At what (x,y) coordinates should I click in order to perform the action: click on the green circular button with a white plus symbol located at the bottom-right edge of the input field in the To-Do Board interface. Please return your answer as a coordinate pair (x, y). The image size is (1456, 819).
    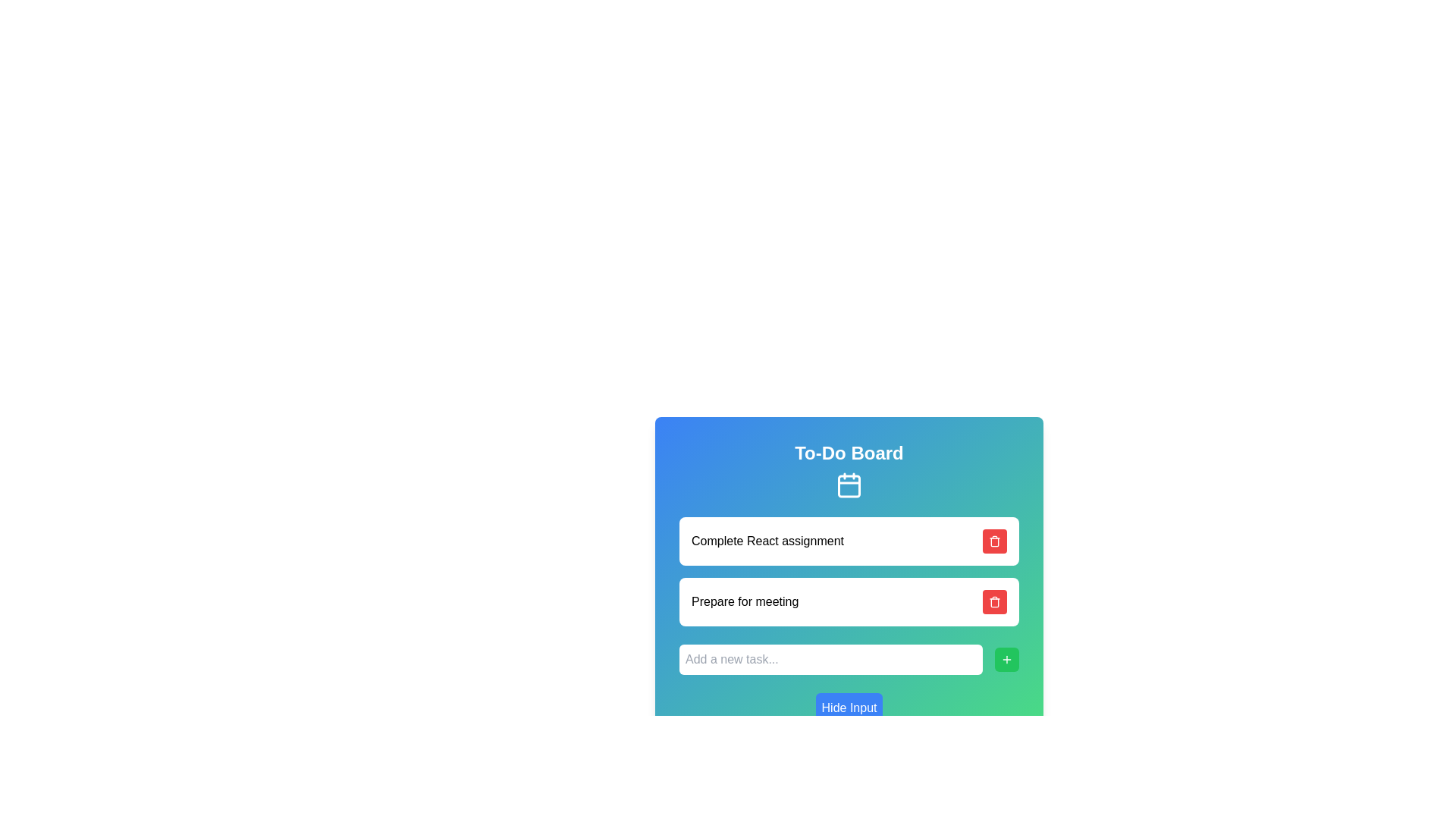
    Looking at the image, I should click on (1007, 659).